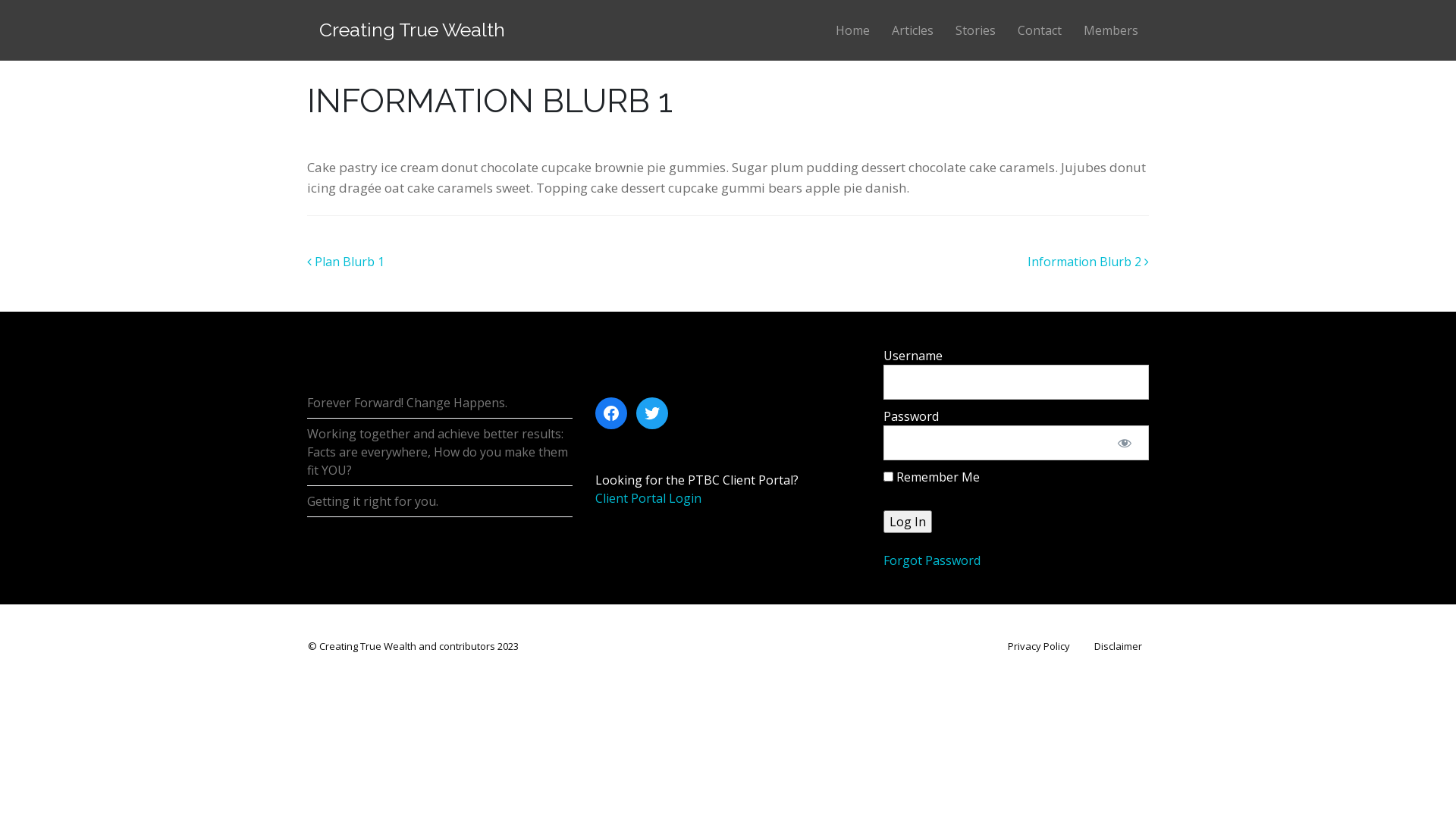 Image resolution: width=1456 pixels, height=819 pixels. What do you see at coordinates (1110, 30) in the screenshot?
I see `'Members'` at bounding box center [1110, 30].